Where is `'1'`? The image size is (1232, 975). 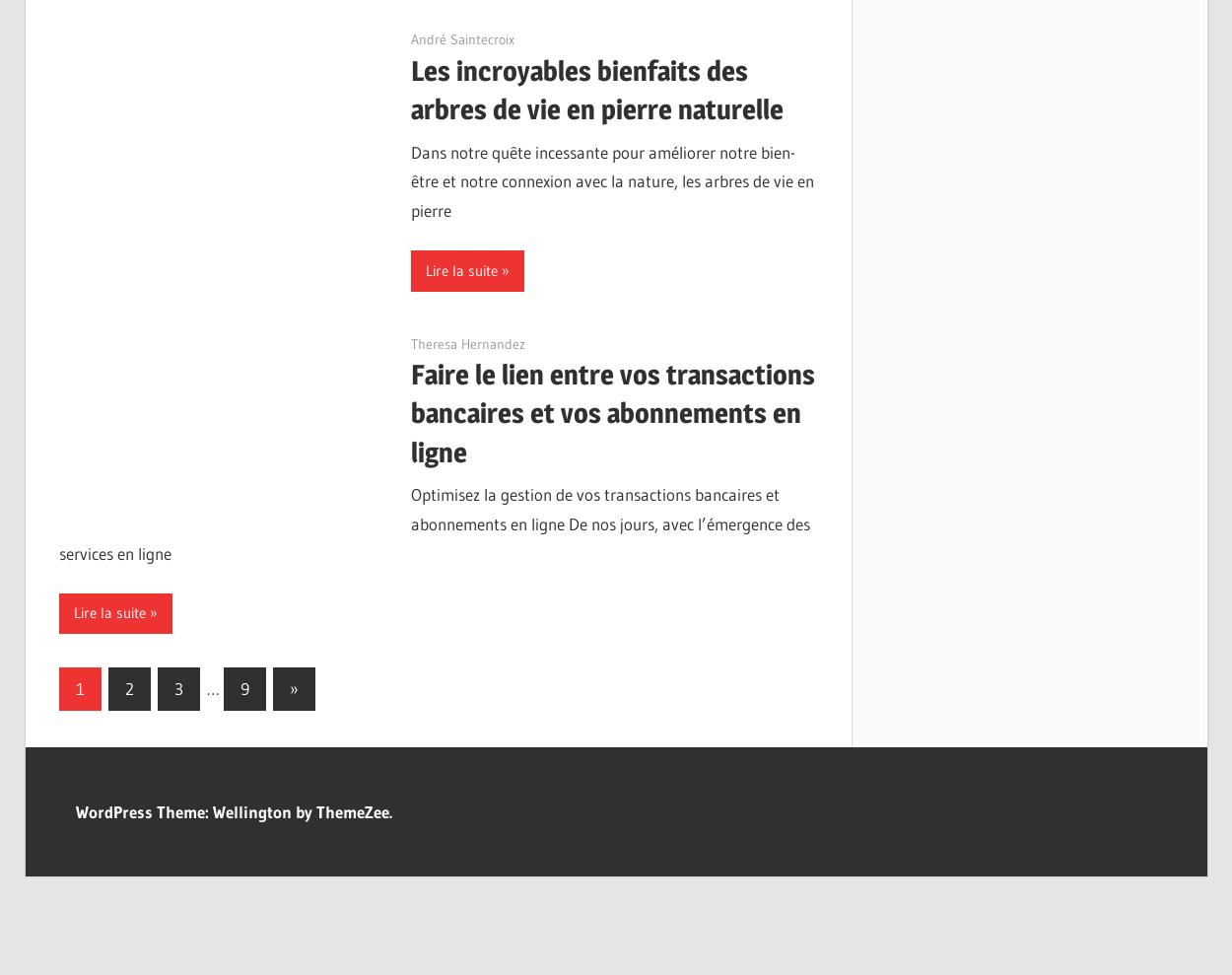 '1' is located at coordinates (78, 687).